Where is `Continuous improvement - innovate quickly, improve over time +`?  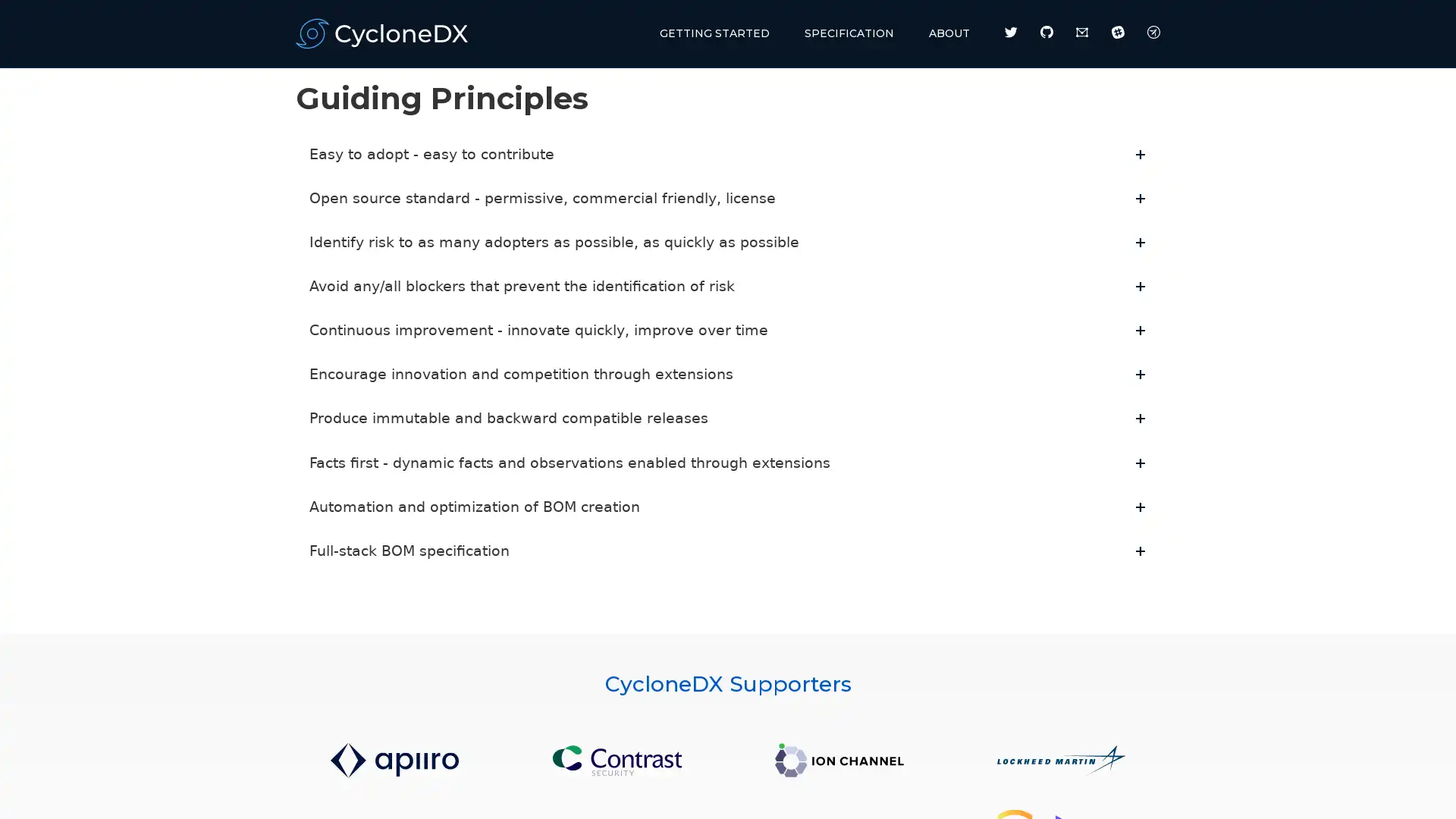
Continuous improvement - innovate quickly, improve over time + is located at coordinates (728, 329).